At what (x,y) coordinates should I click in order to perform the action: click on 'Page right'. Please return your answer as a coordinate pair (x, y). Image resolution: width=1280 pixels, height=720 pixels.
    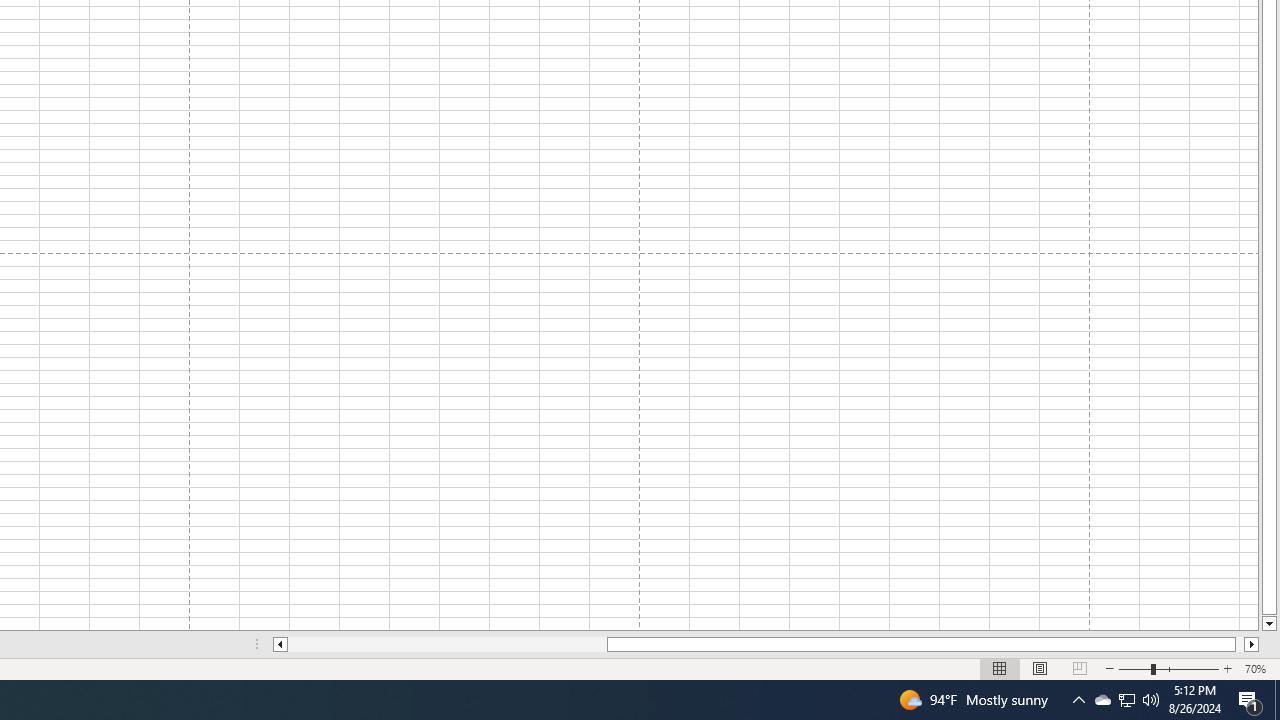
    Looking at the image, I should click on (1239, 644).